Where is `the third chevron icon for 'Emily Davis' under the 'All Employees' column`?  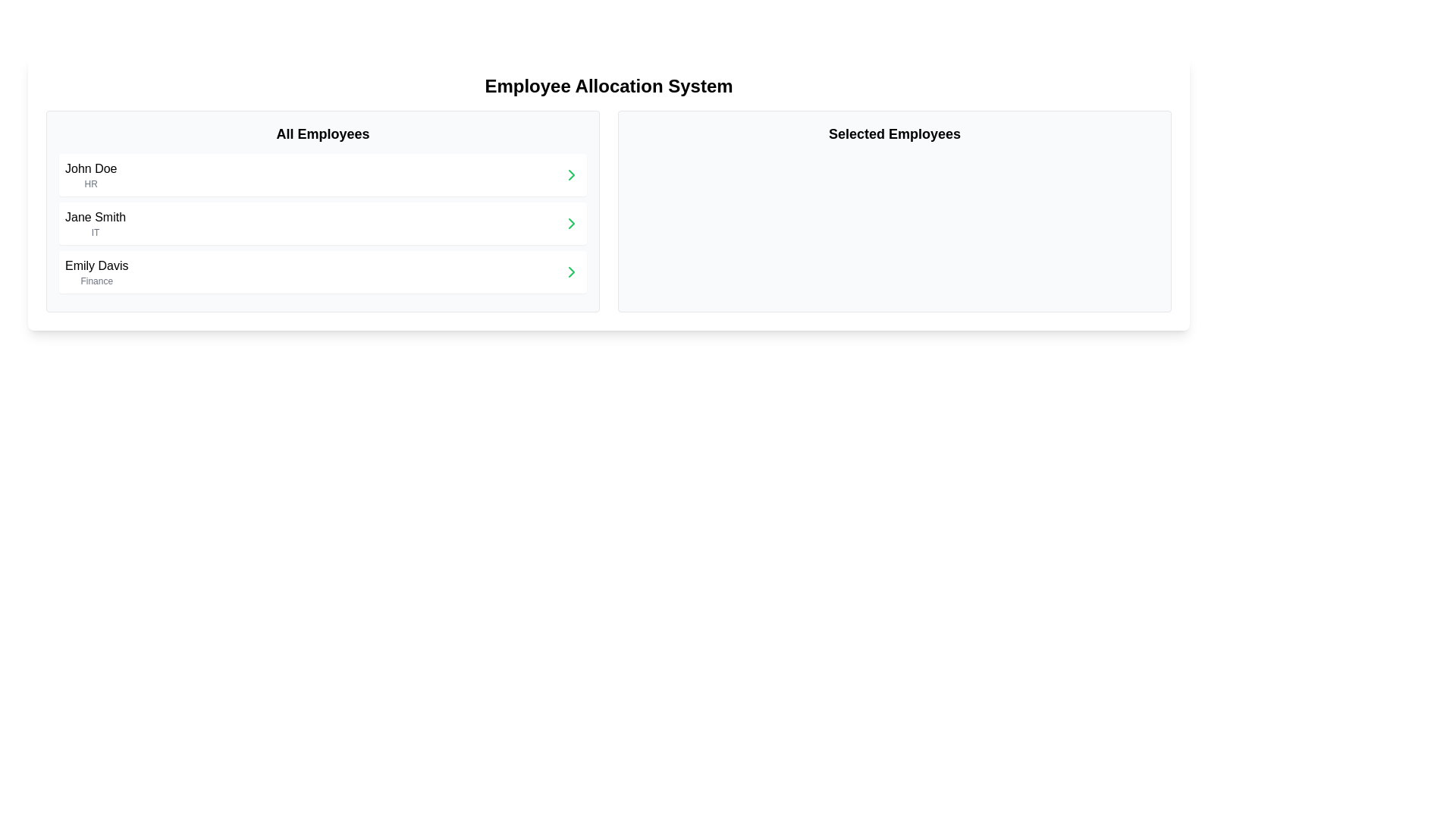
the third chevron icon for 'Emily Davis' under the 'All Employees' column is located at coordinates (570, 271).